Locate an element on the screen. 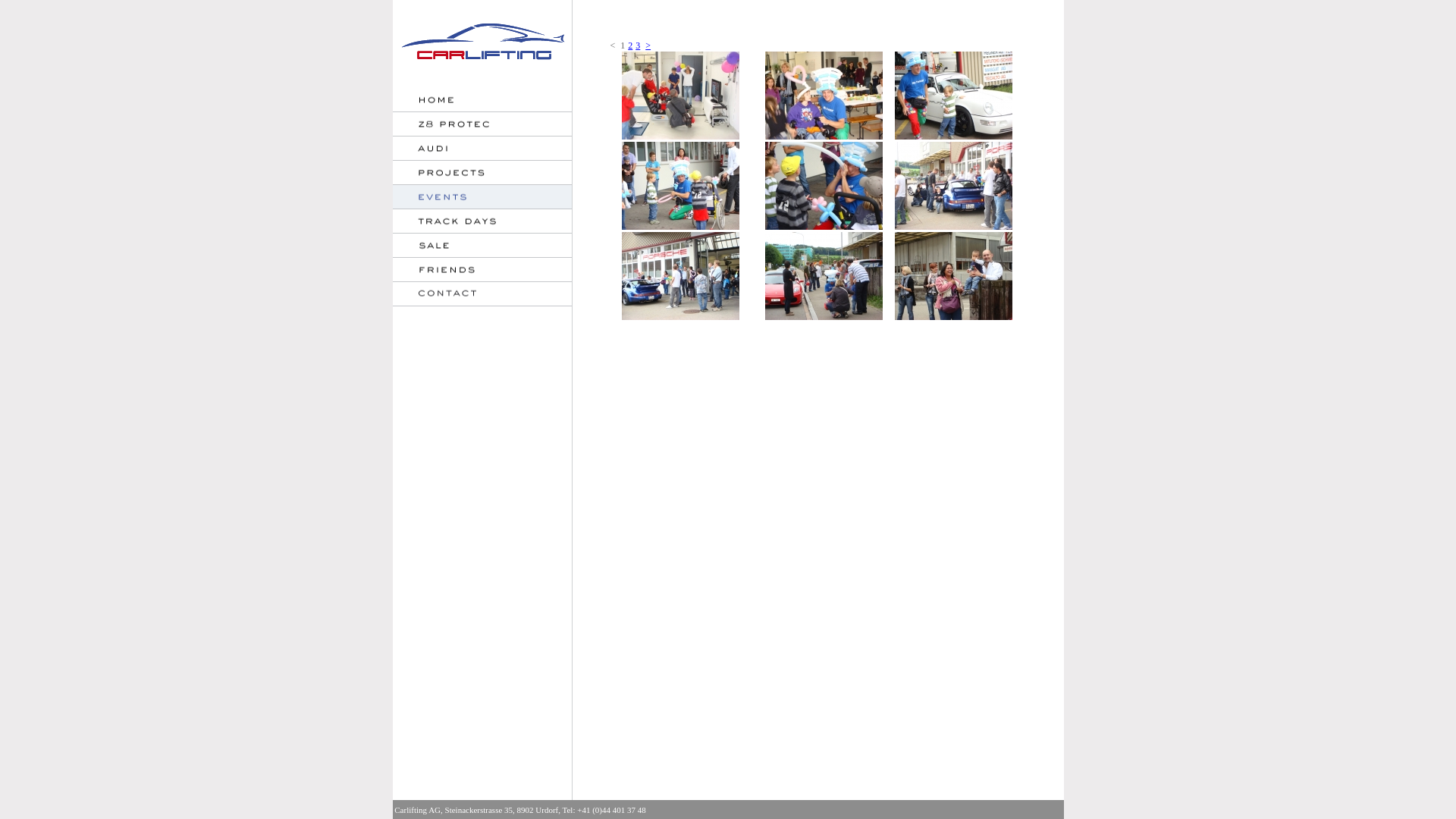  '>' is located at coordinates (645, 45).